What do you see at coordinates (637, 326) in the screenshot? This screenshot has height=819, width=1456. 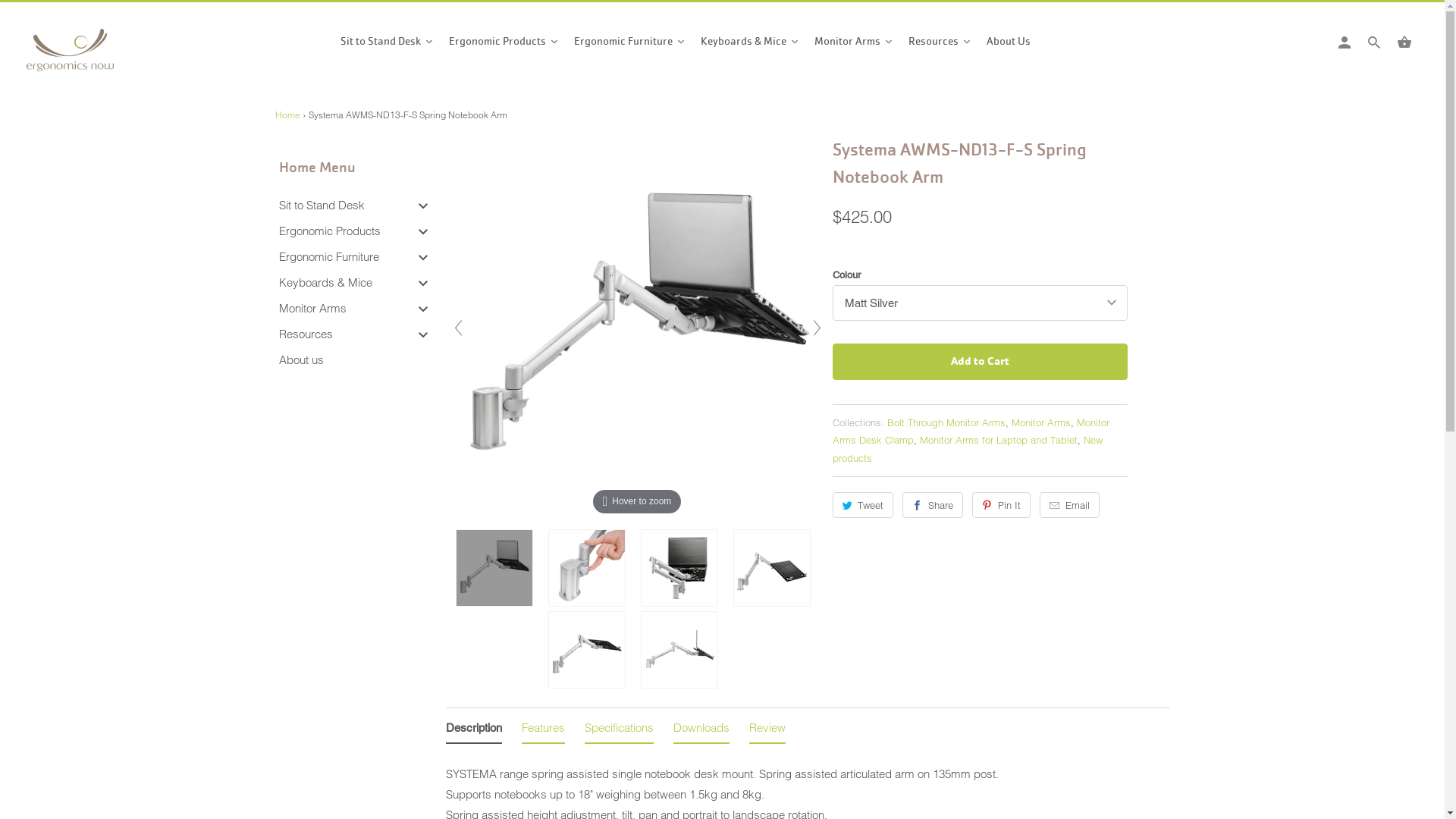 I see `'Hover to zoom'` at bounding box center [637, 326].